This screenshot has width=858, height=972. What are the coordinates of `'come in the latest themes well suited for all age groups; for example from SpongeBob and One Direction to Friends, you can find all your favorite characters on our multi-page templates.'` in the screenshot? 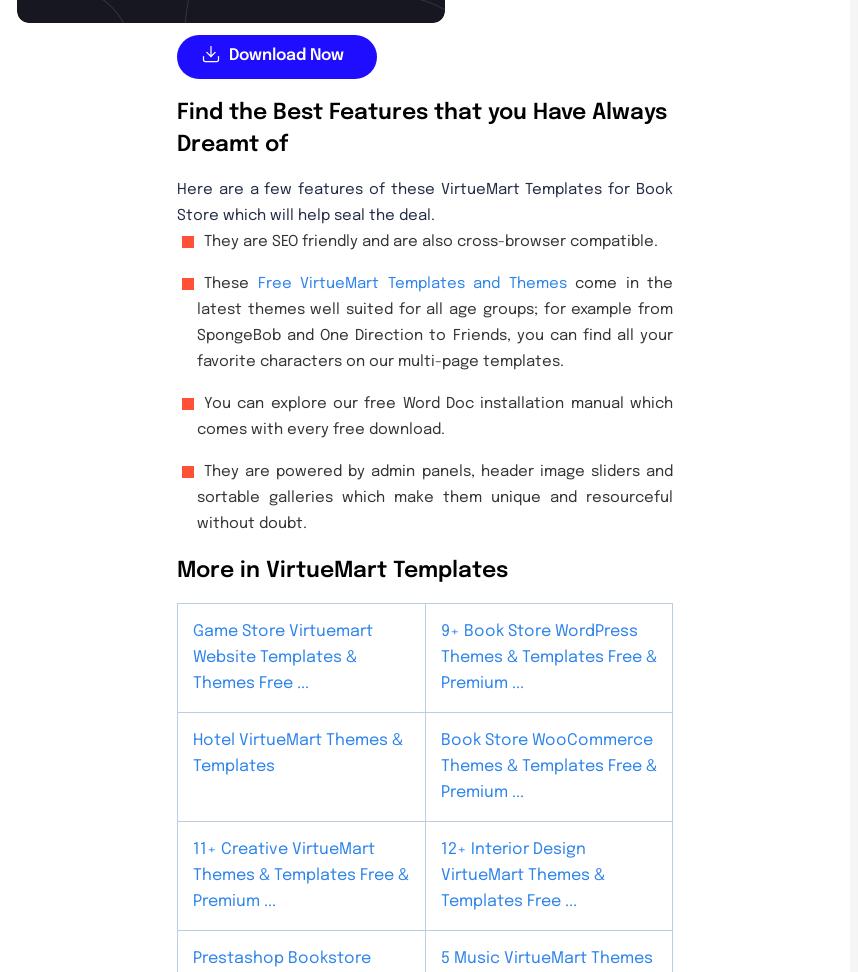 It's located at (435, 321).